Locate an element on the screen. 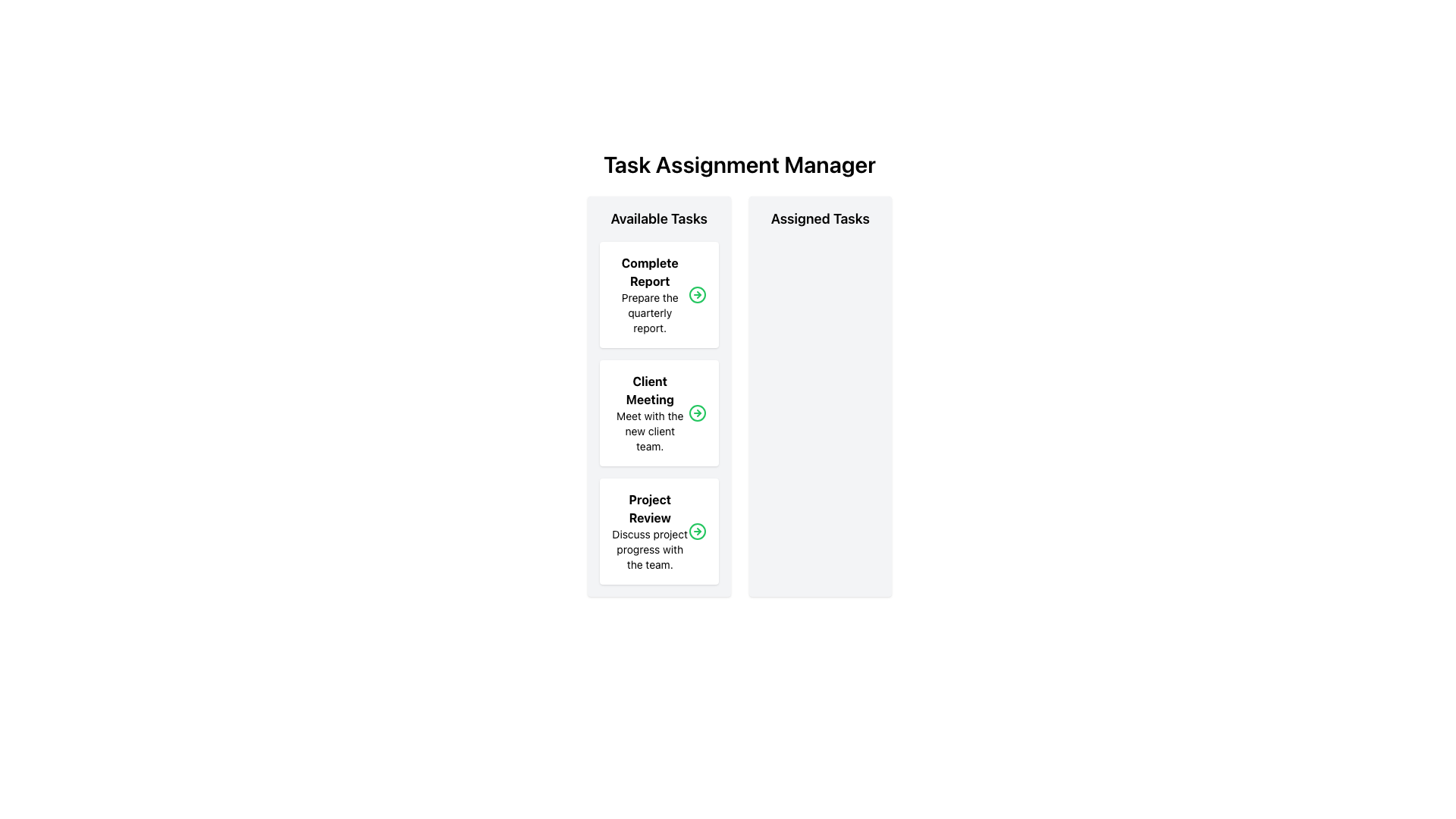  the circular graphical component representing an arrow within a circle on the second task item in the 'Available Tasks' list is located at coordinates (696, 295).